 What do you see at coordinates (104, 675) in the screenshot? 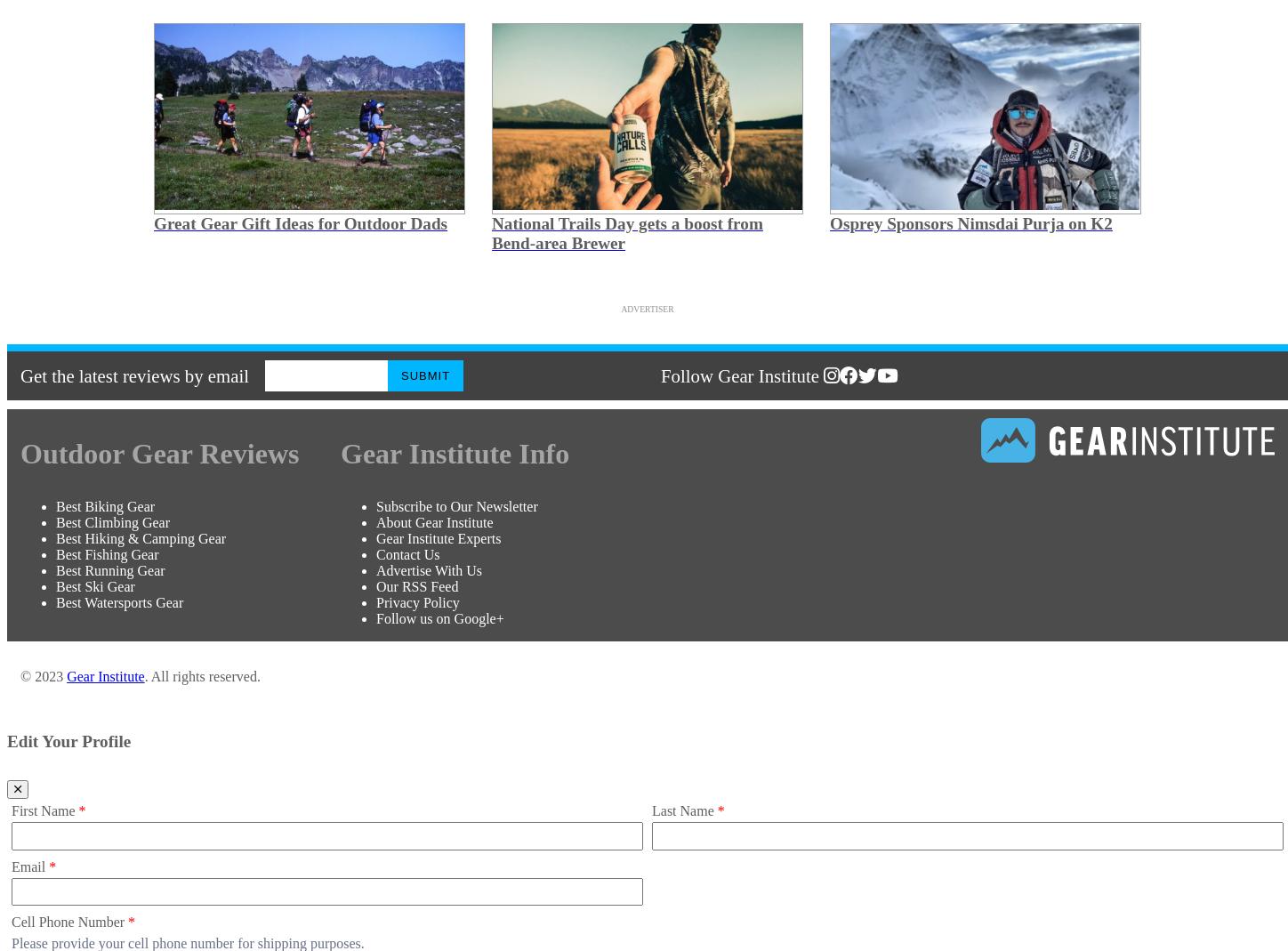
I see `'Gear Institute'` at bounding box center [104, 675].